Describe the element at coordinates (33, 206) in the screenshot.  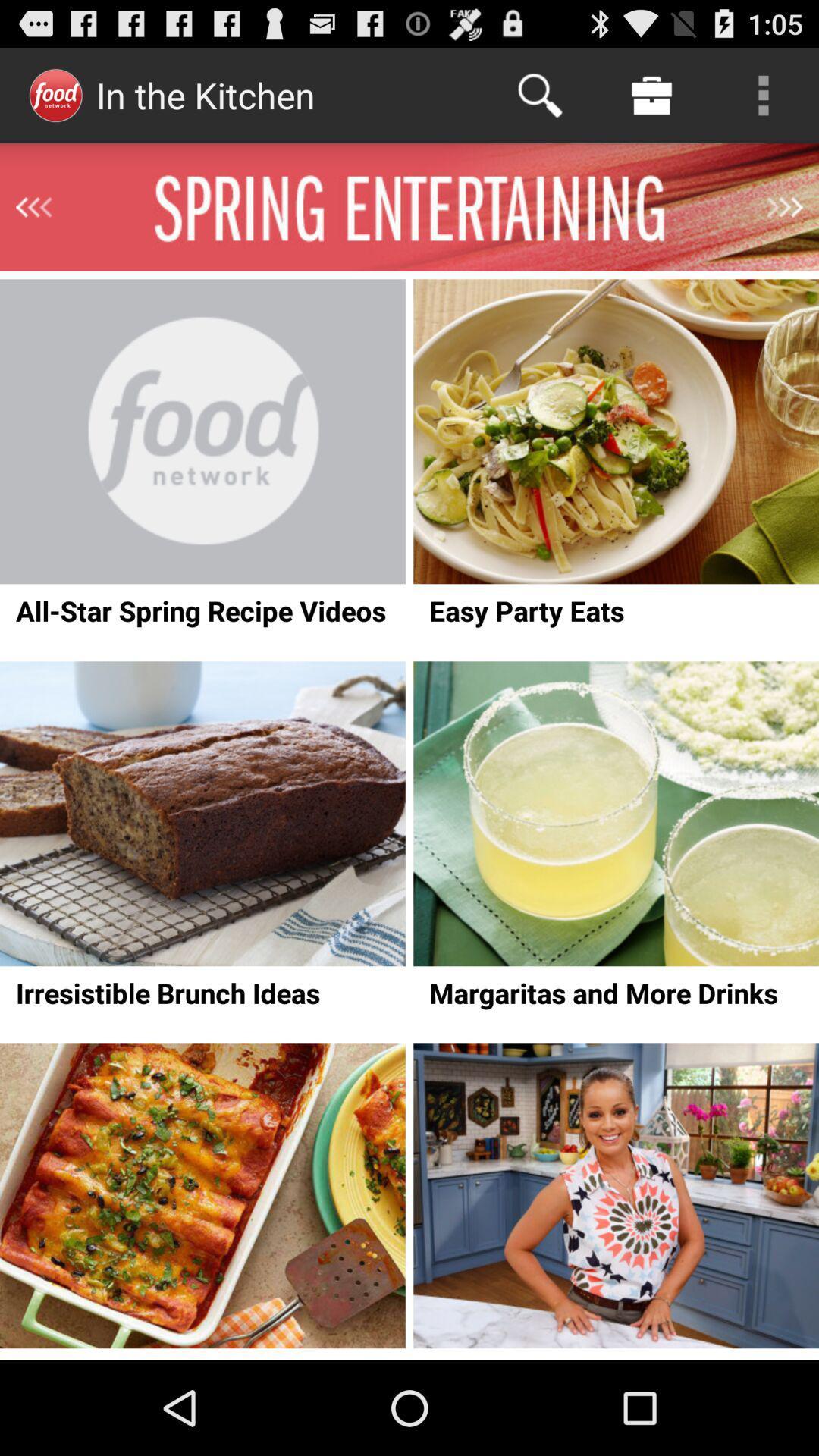
I see `go previous` at that location.